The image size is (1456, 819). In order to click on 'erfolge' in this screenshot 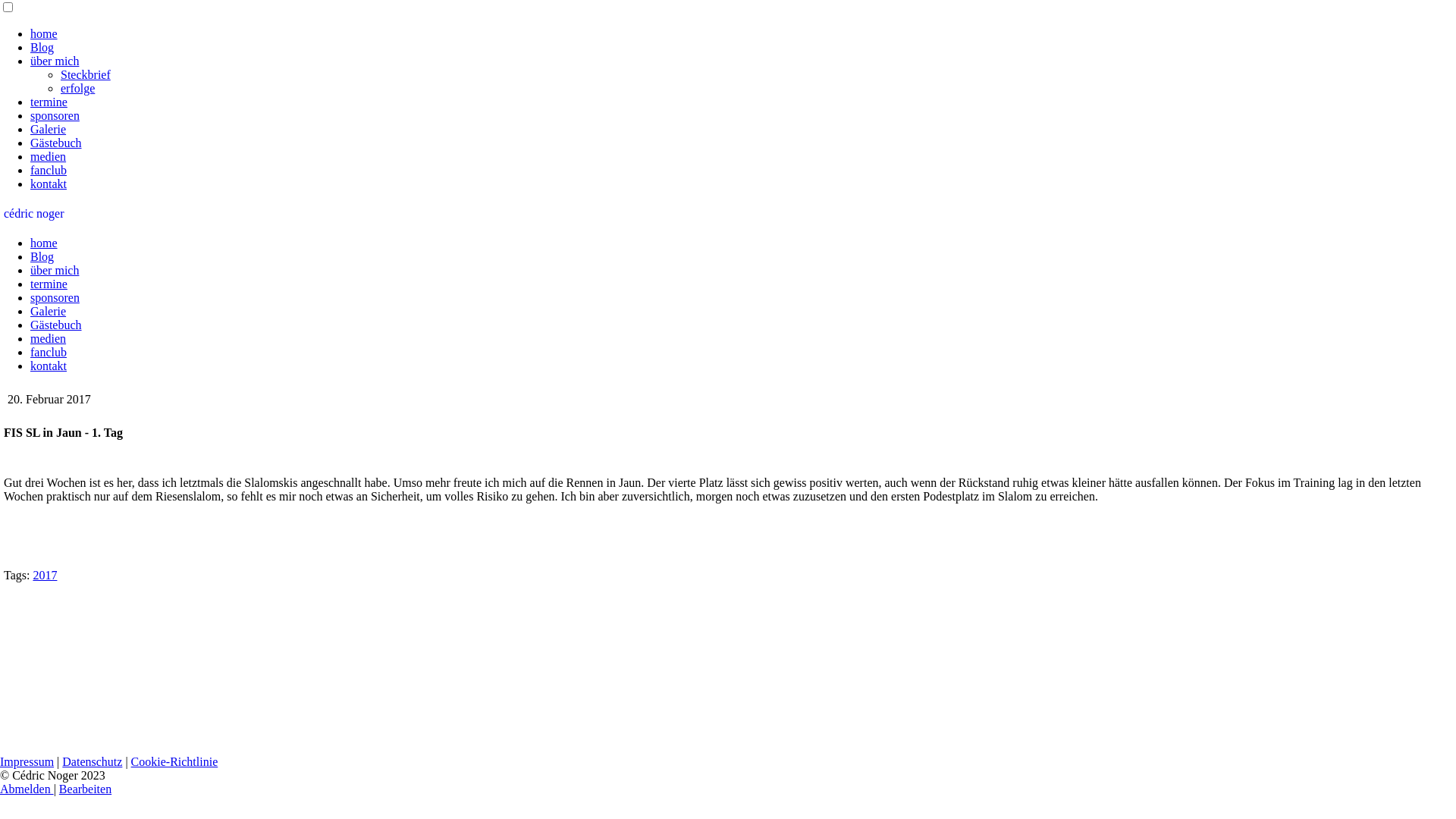, I will do `click(77, 88)`.